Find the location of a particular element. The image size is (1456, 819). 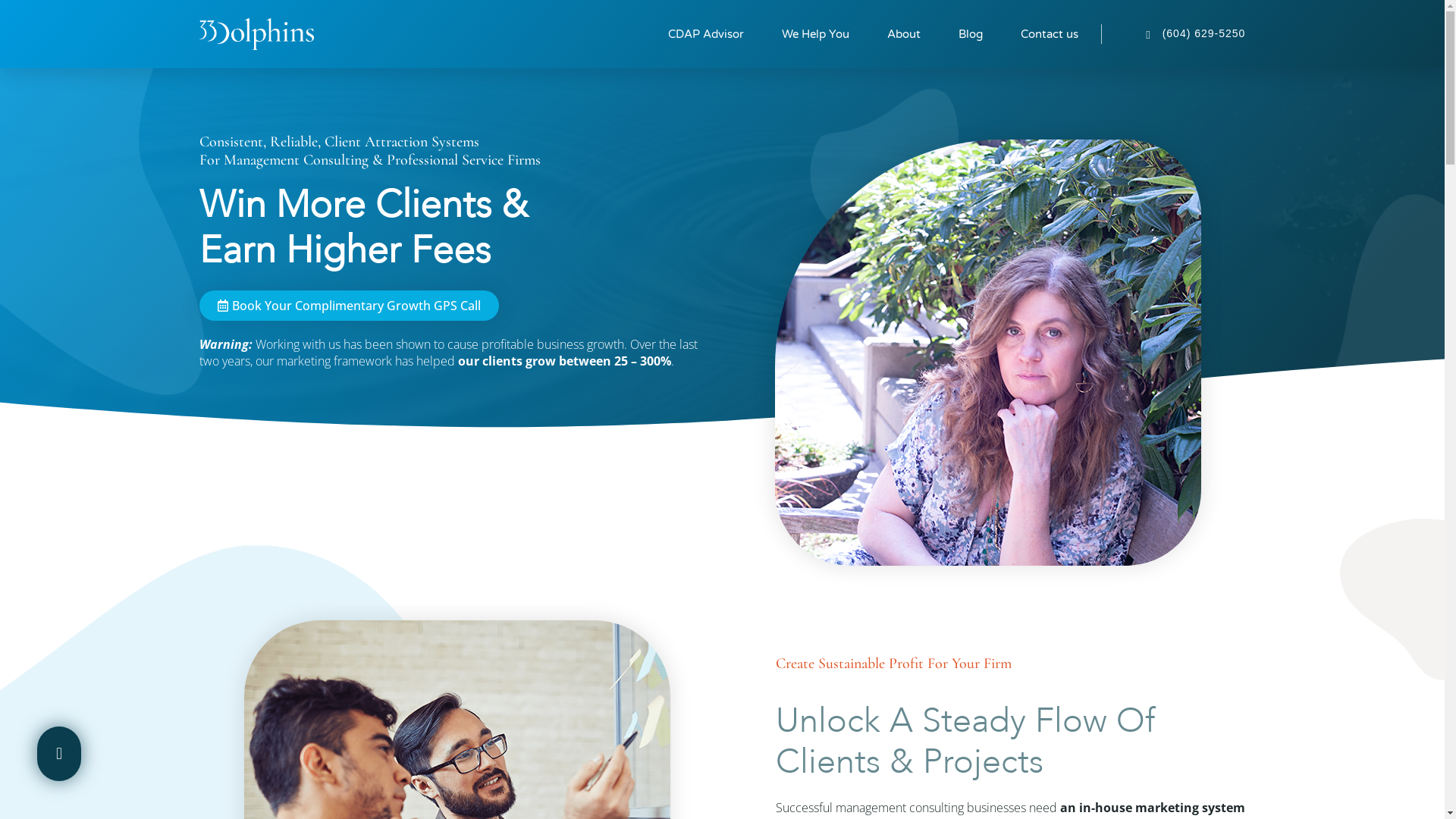

'About' is located at coordinates (903, 34).